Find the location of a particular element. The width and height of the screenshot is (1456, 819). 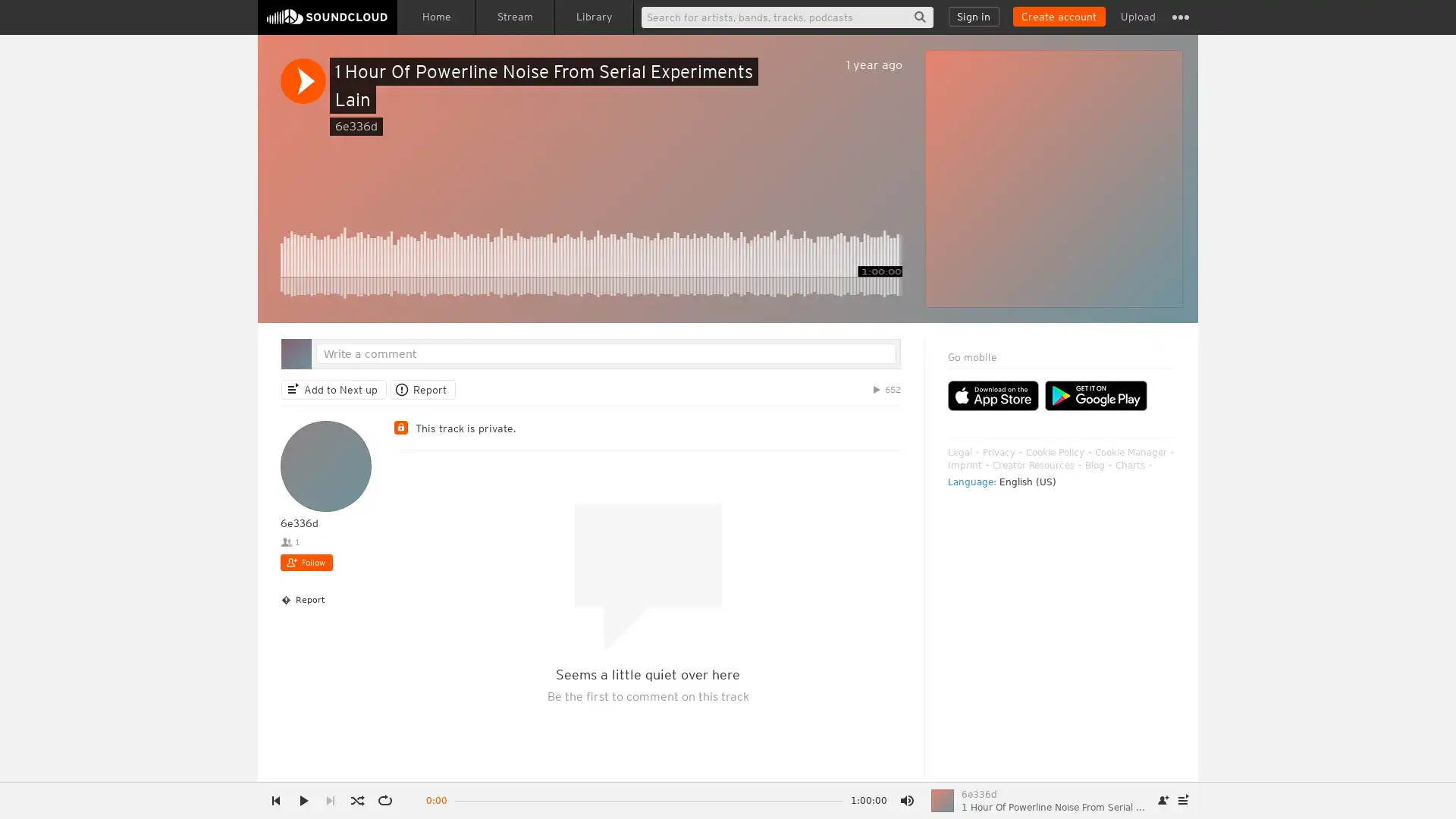

Toggle mute is located at coordinates (906, 800).